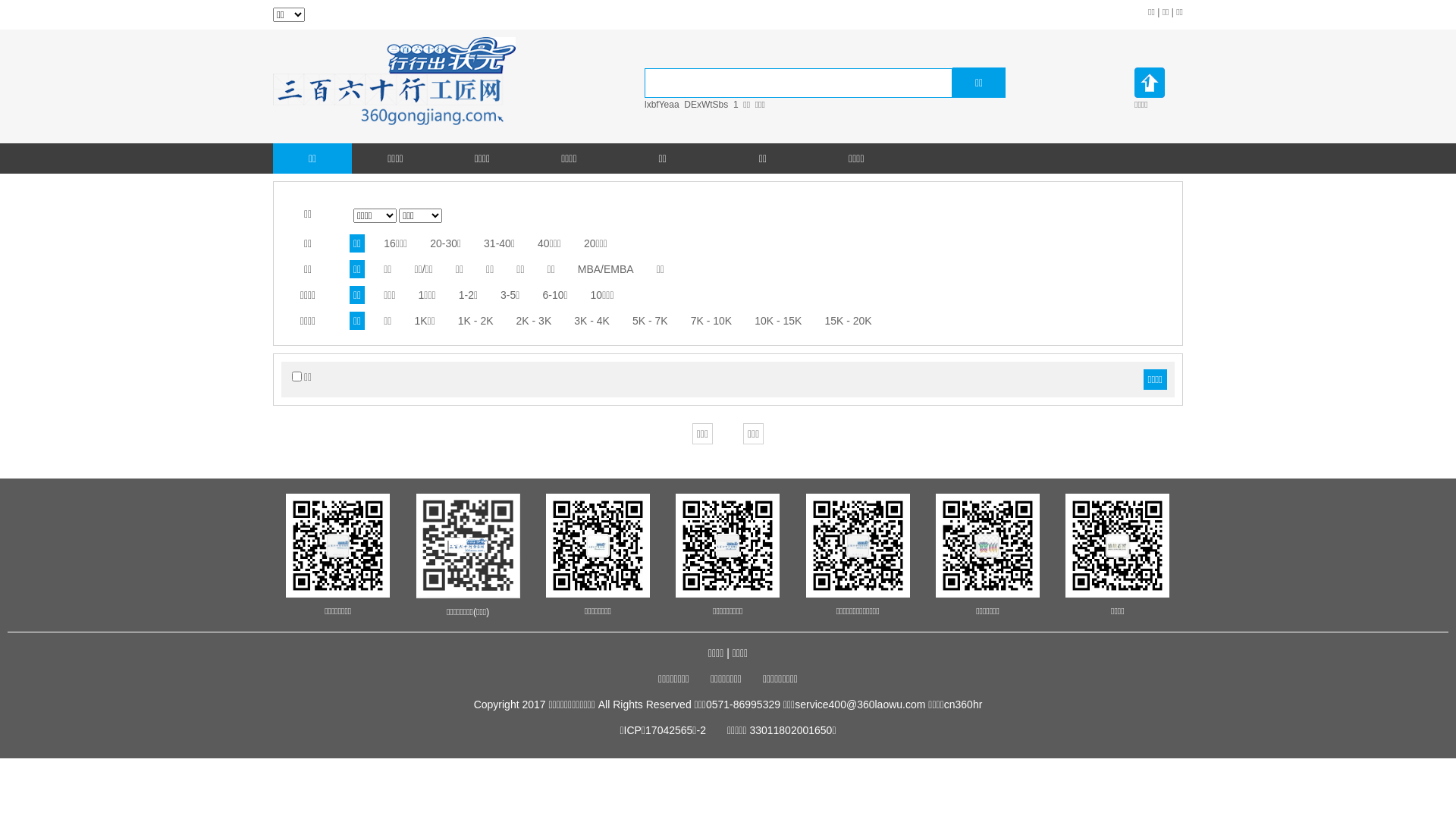  I want to click on '3K - 4K', so click(591, 320).